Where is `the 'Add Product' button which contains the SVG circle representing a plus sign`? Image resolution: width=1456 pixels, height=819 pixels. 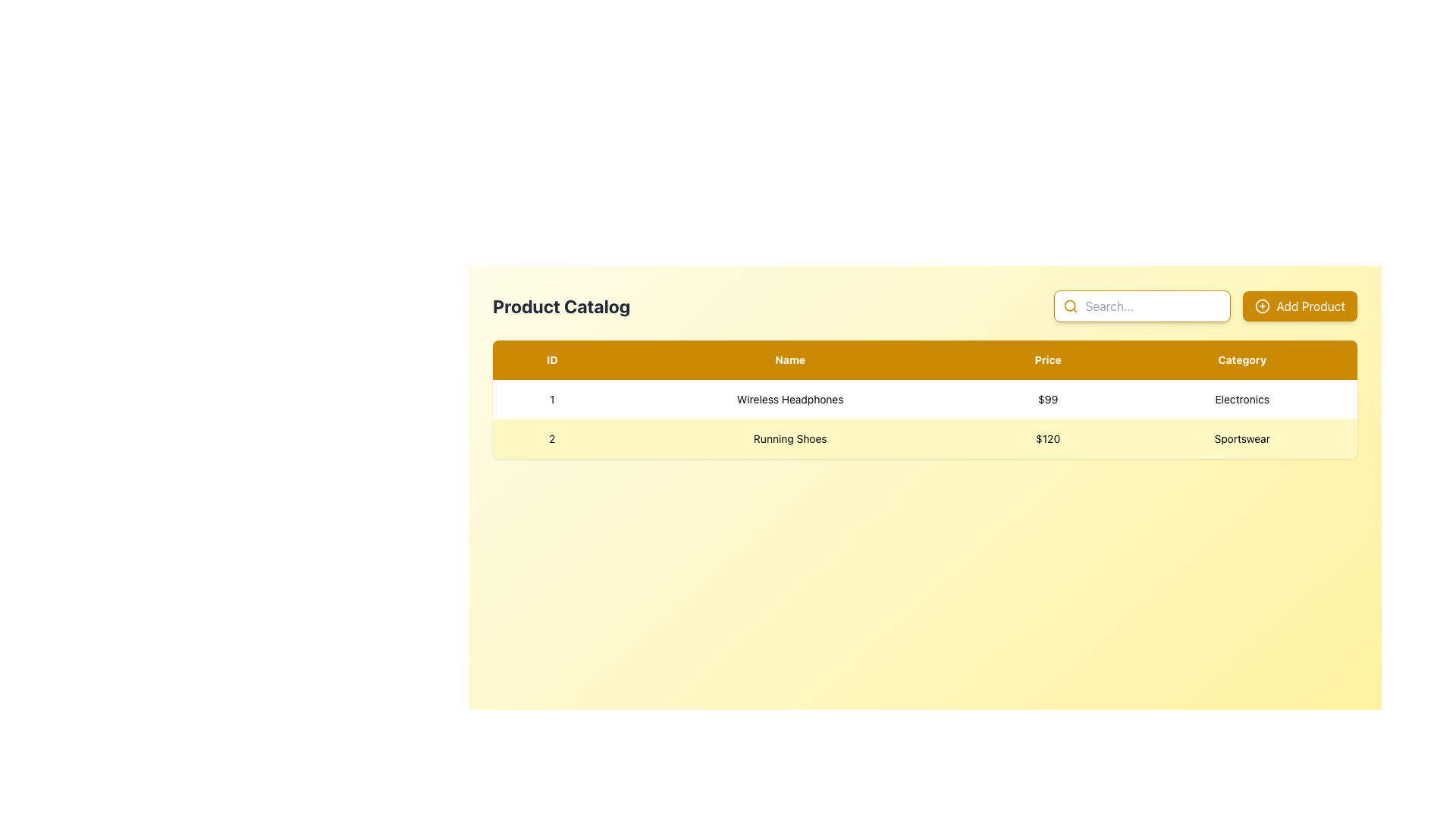 the 'Add Product' button which contains the SVG circle representing a plus sign is located at coordinates (1263, 306).